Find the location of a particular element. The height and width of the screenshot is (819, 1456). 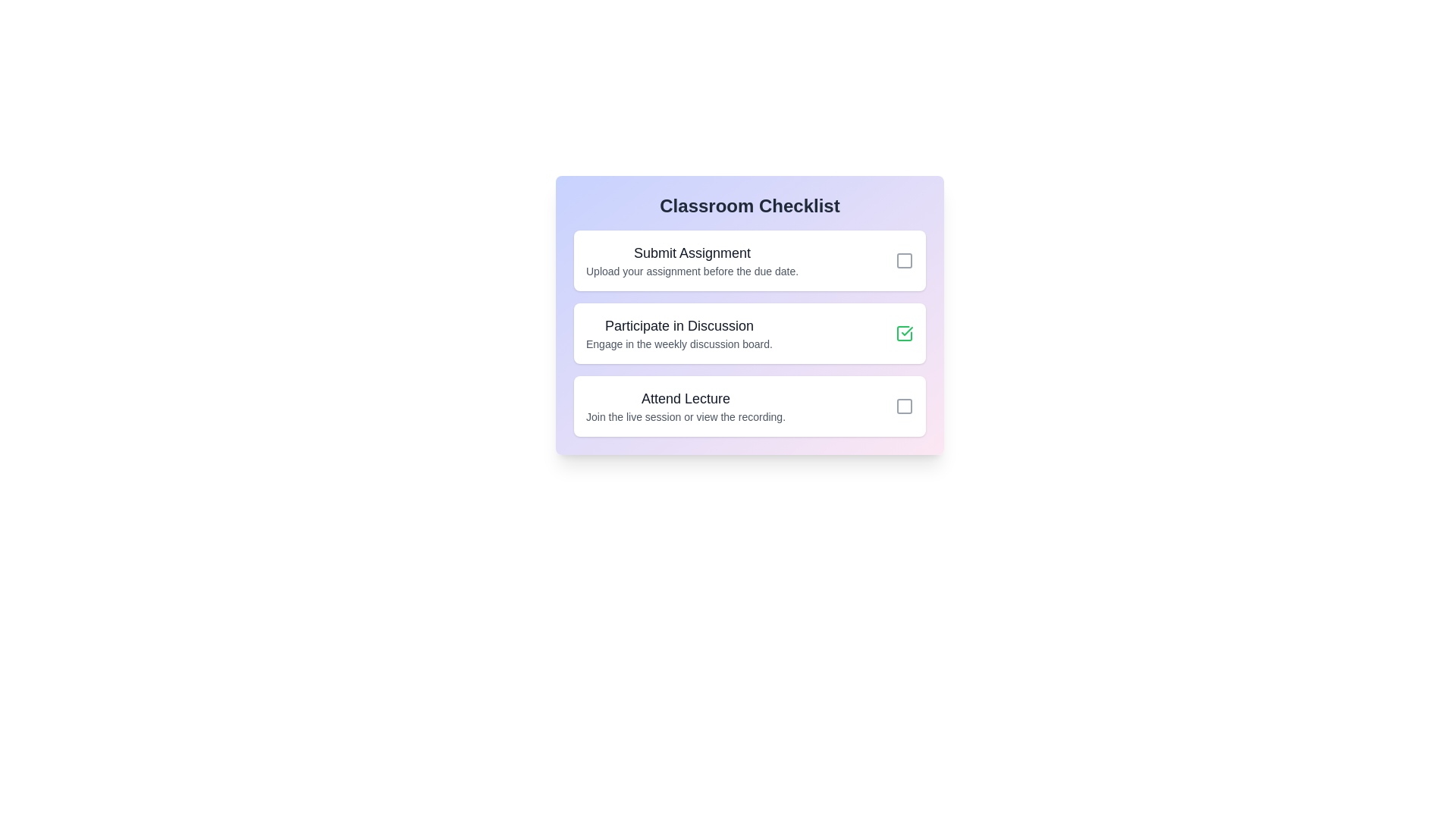

the first checkbox representing the 'Submit Assignment' task in the upper right region of the checklist is located at coordinates (905, 259).